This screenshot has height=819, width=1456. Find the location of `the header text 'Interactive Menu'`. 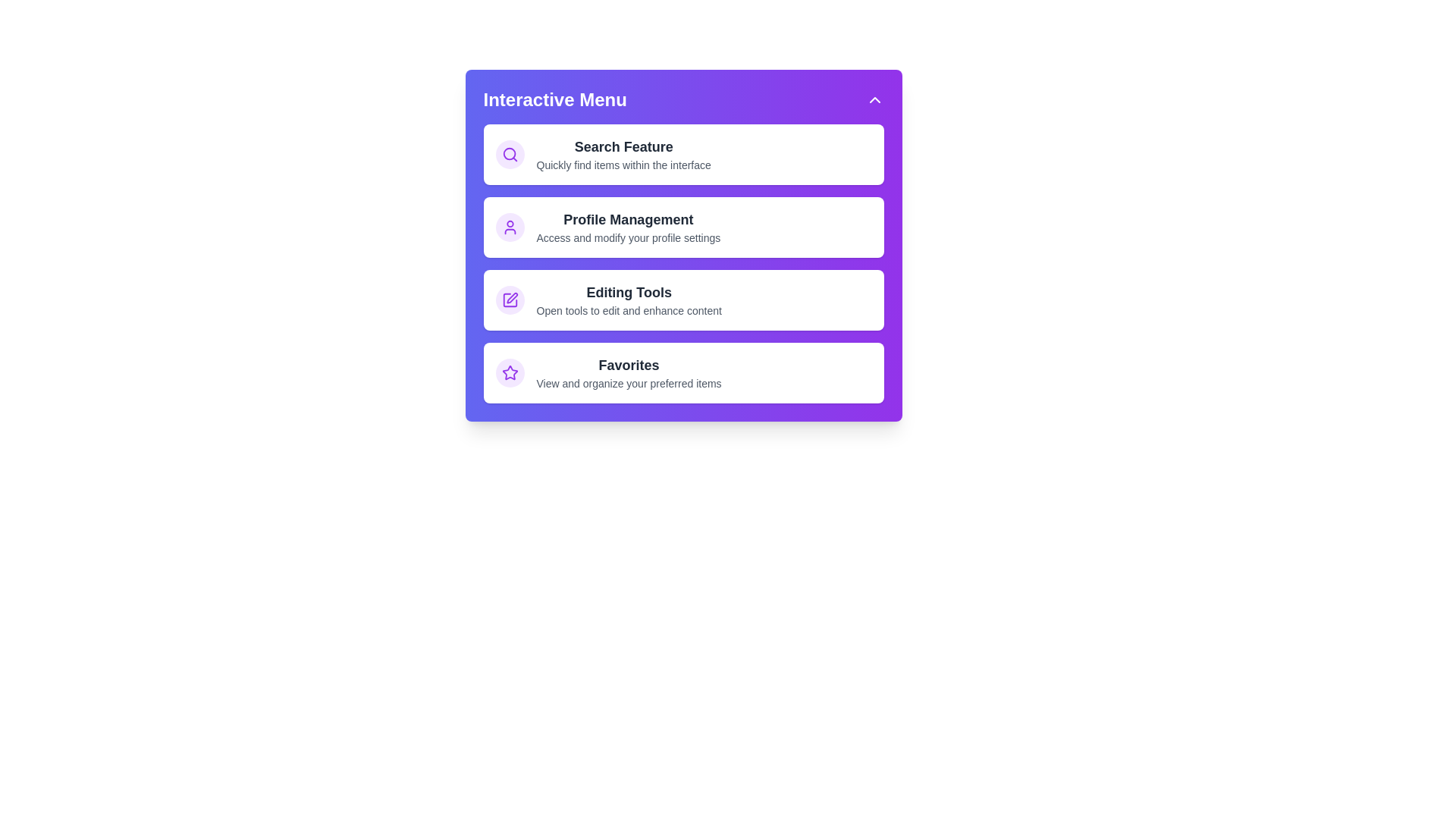

the header text 'Interactive Menu' is located at coordinates (554, 99).